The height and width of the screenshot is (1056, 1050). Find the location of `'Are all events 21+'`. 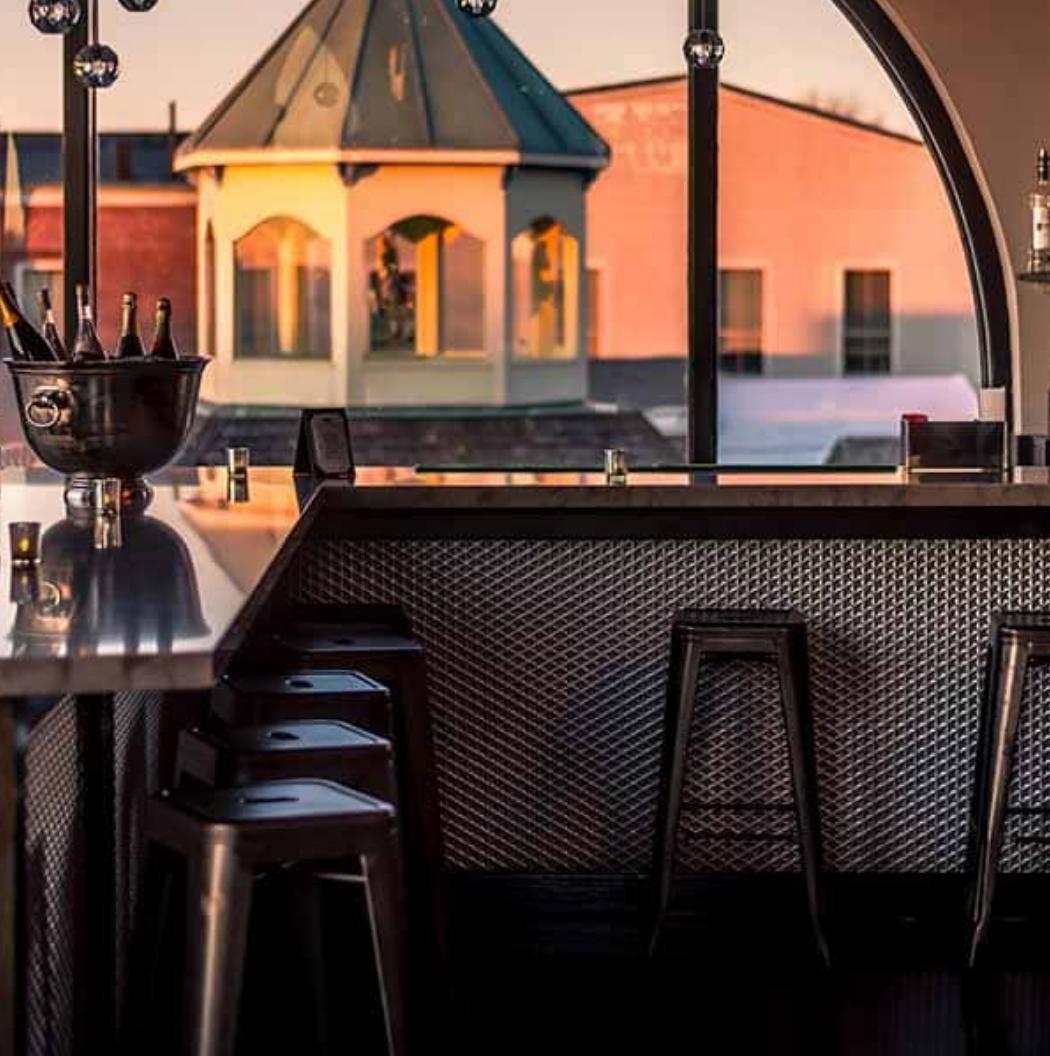

'Are all events 21+' is located at coordinates (203, 534).